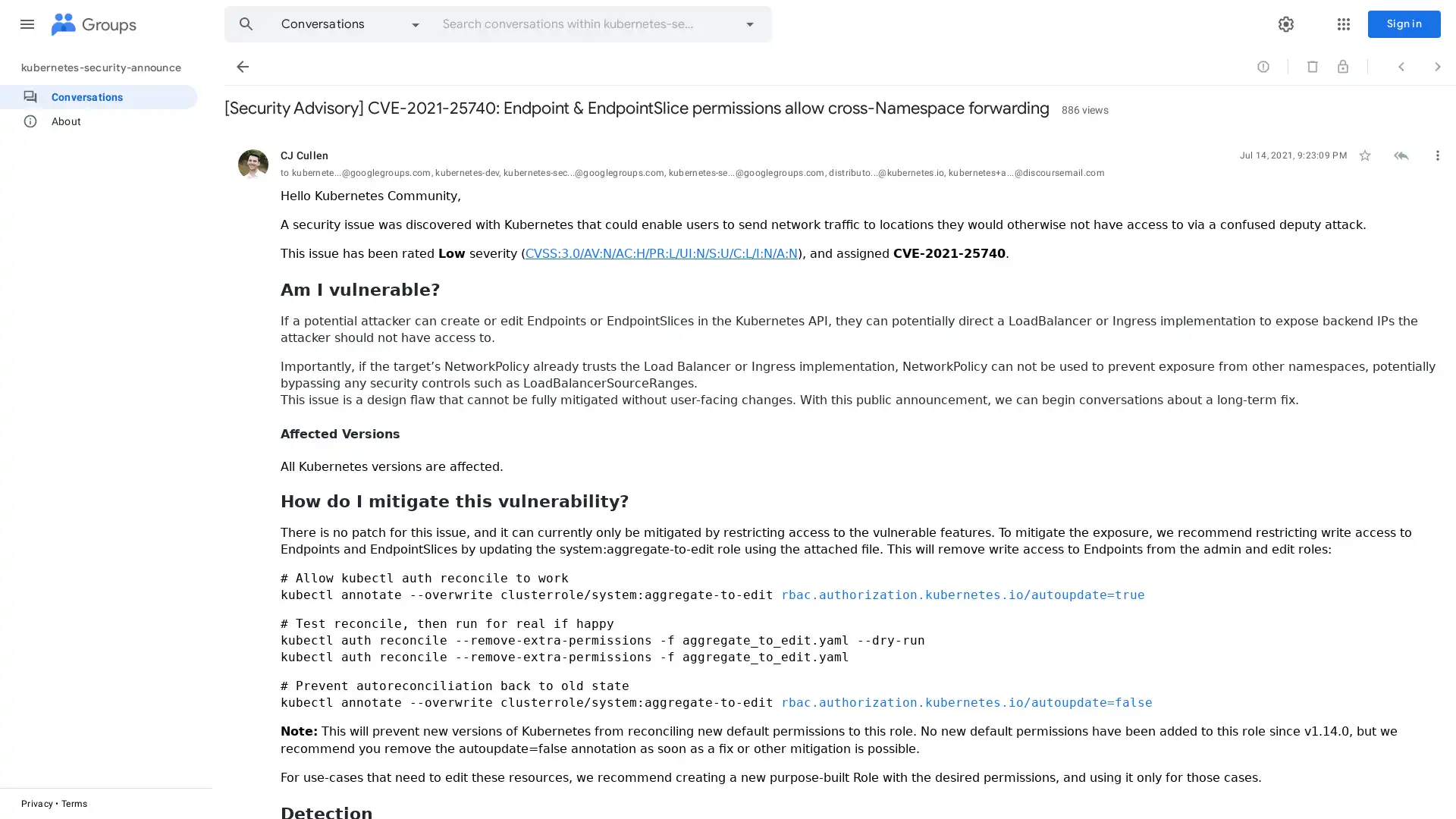 This screenshot has width=1456, height=819. Describe the element at coordinates (1401, 155) in the screenshot. I see `Sign in to reply` at that location.